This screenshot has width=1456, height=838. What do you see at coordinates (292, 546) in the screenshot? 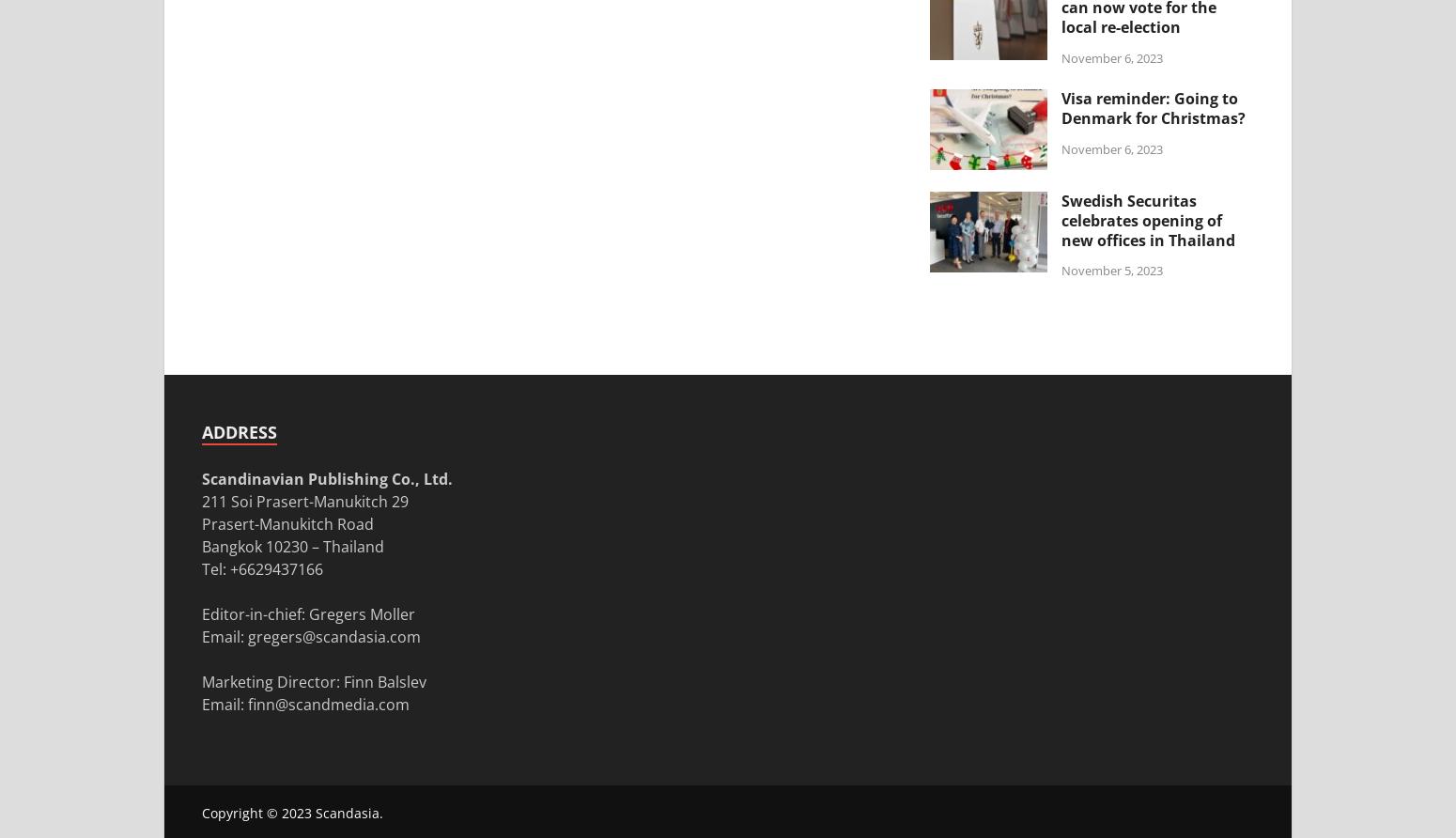
I see `'Bangkok 10230 – Thailand'` at bounding box center [292, 546].